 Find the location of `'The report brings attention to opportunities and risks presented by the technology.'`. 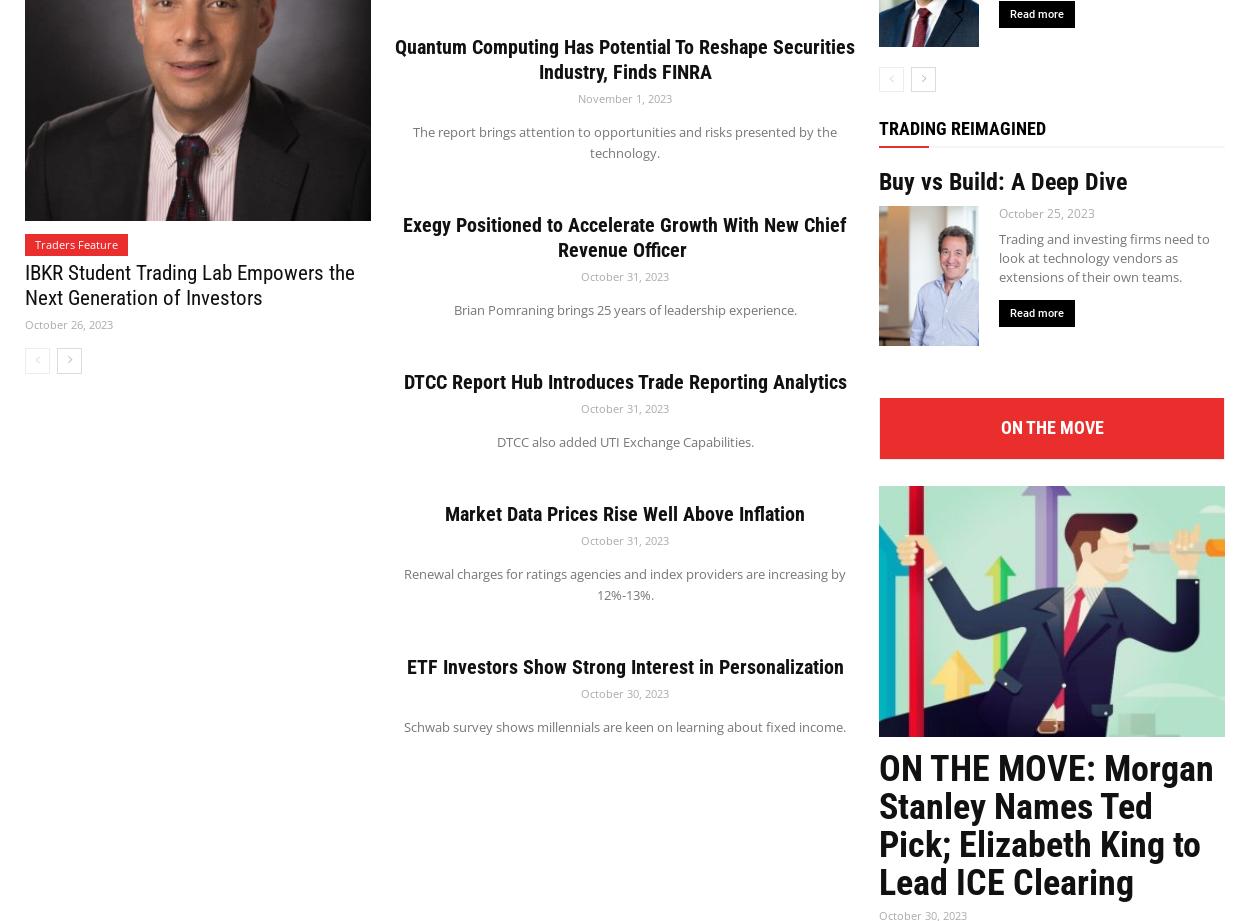

'The report brings attention to opportunities and risks presented by the technology.' is located at coordinates (625, 141).